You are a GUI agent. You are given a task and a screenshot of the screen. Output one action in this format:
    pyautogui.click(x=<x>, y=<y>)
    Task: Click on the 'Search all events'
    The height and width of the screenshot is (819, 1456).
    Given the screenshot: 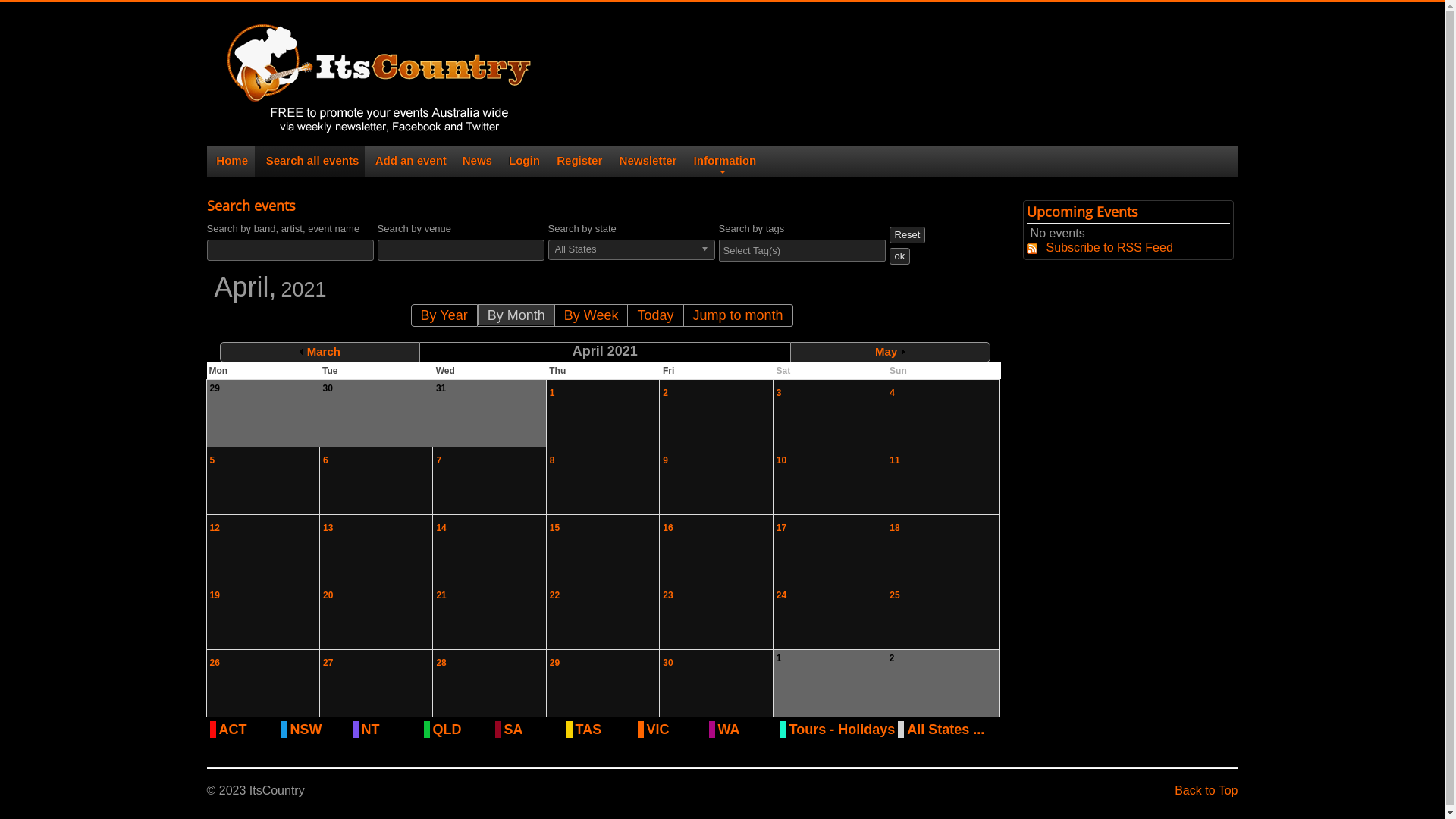 What is the action you would take?
    pyautogui.click(x=309, y=161)
    